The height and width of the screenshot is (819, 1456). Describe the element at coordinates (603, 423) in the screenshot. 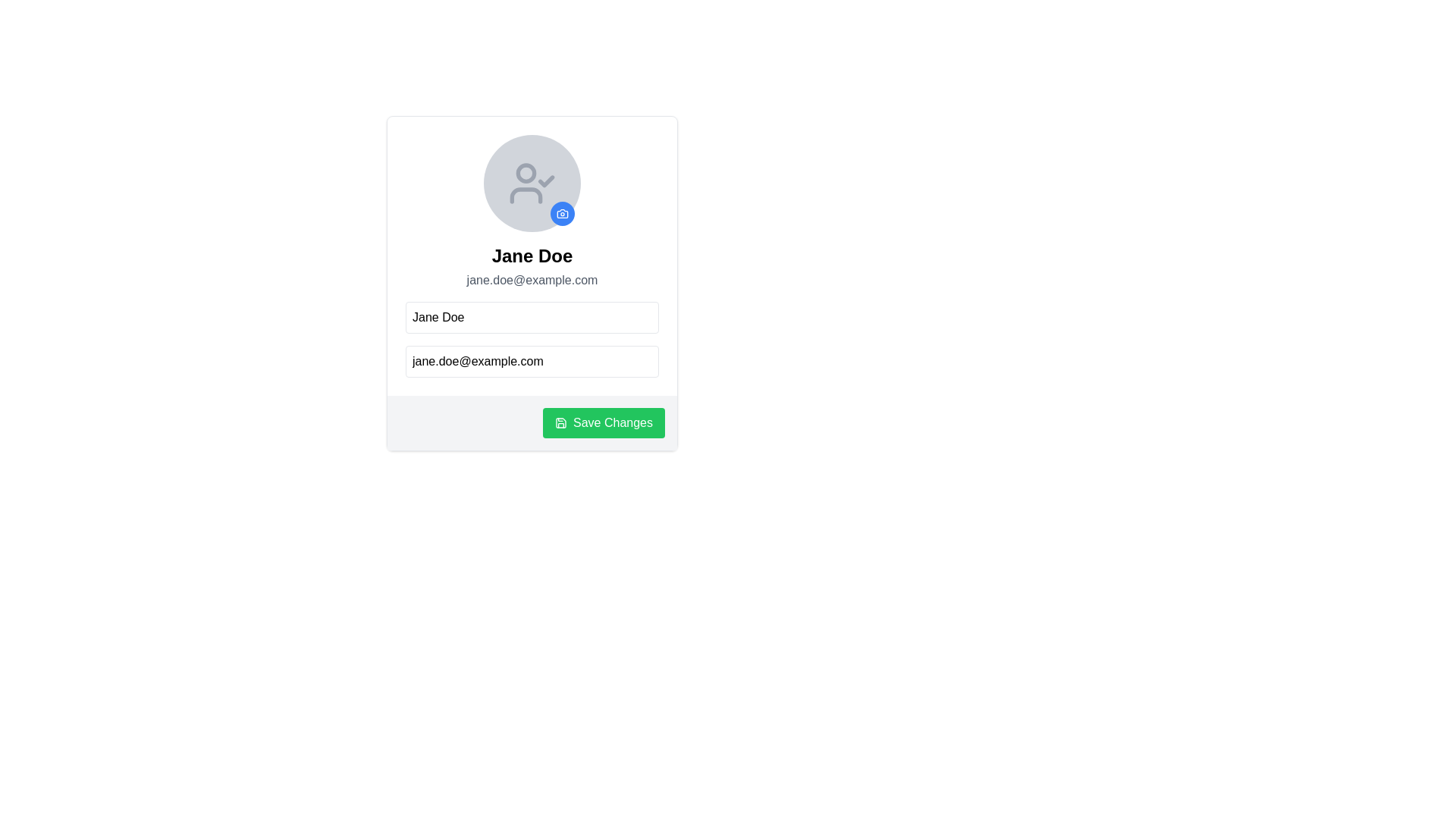

I see `the 'Save Changes' button with a green background and white text, which is located at the bottom of the panel, to receive potential visual feedback` at that location.